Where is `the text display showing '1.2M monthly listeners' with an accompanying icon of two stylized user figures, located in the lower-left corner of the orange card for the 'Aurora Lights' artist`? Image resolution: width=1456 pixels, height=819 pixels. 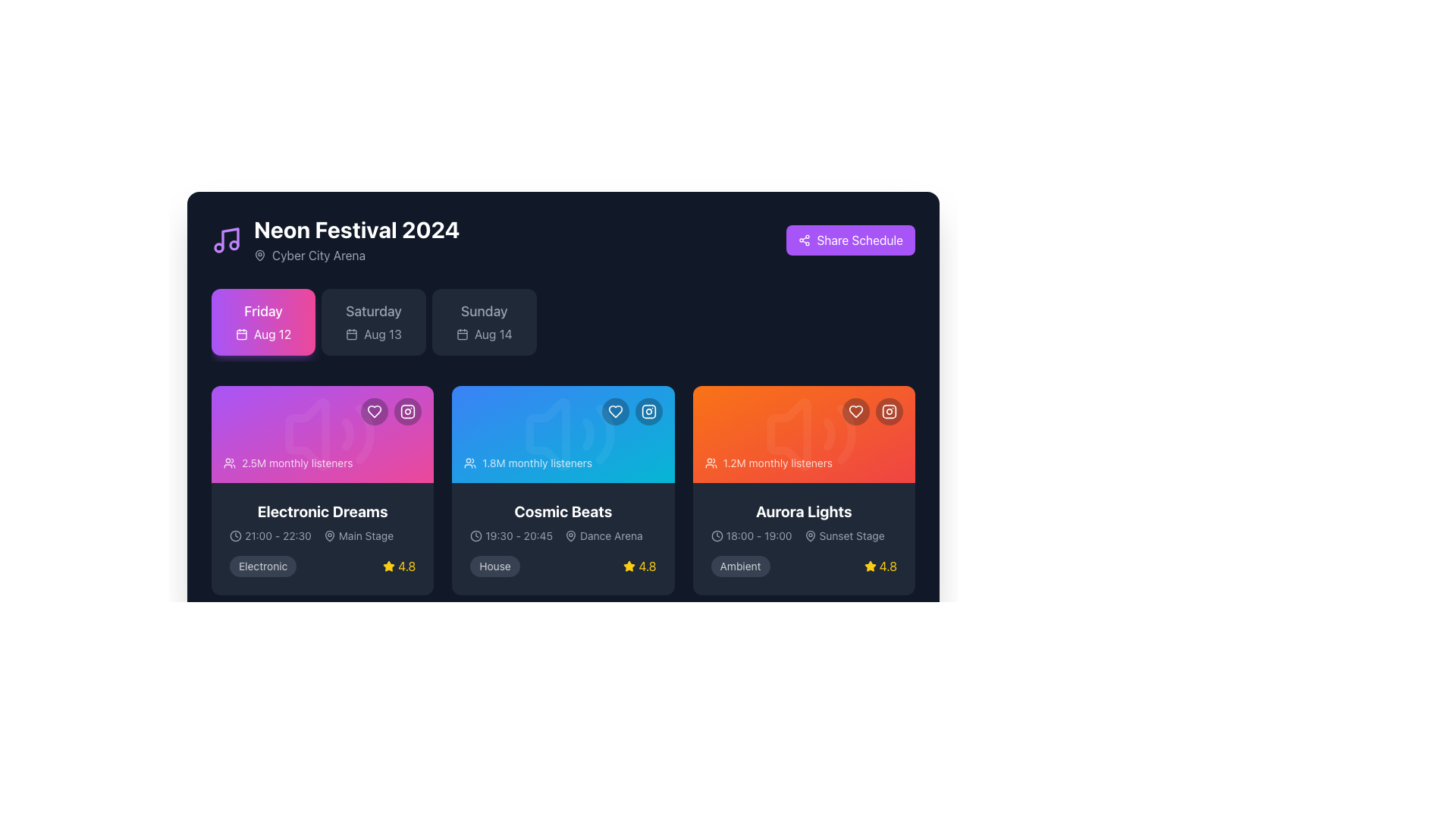 the text display showing '1.2M monthly listeners' with an accompanying icon of two stylized user figures, located in the lower-left corner of the orange card for the 'Aurora Lights' artist is located at coordinates (768, 462).